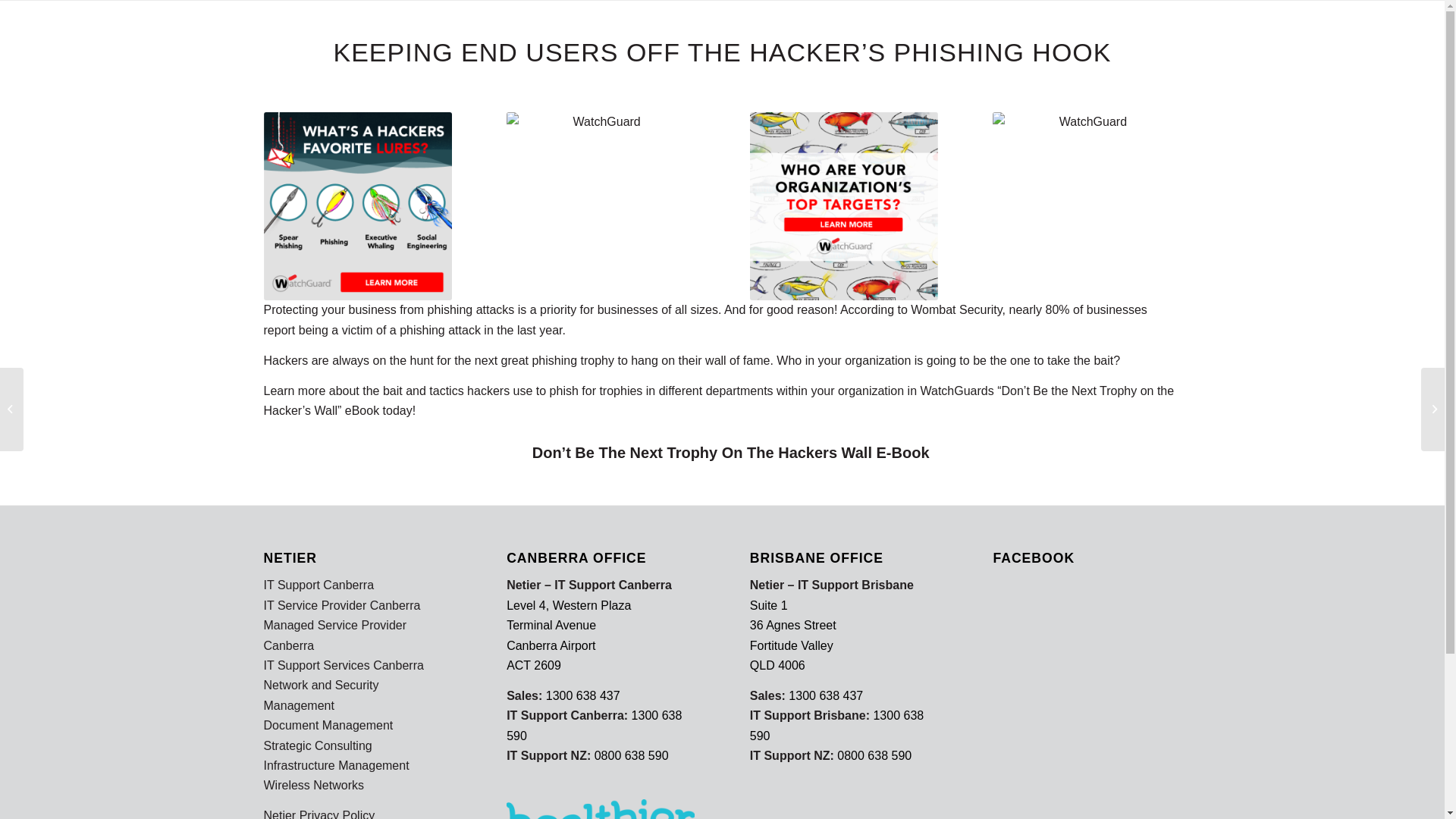 This screenshot has height=819, width=1456. What do you see at coordinates (341, 604) in the screenshot?
I see `'IT Service Provider Canberra'` at bounding box center [341, 604].